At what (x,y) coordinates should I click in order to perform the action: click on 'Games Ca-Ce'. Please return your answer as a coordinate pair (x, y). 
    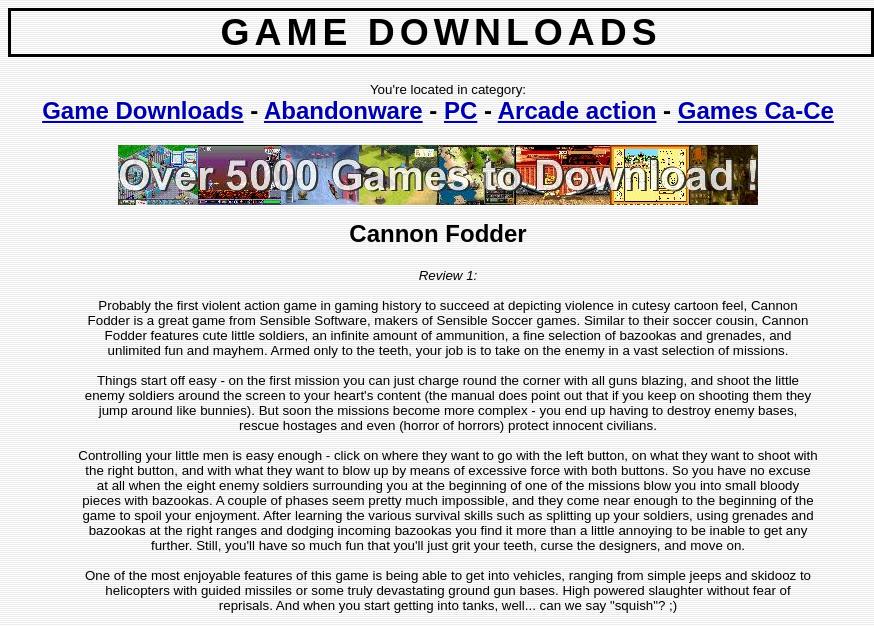
    Looking at the image, I should click on (753, 110).